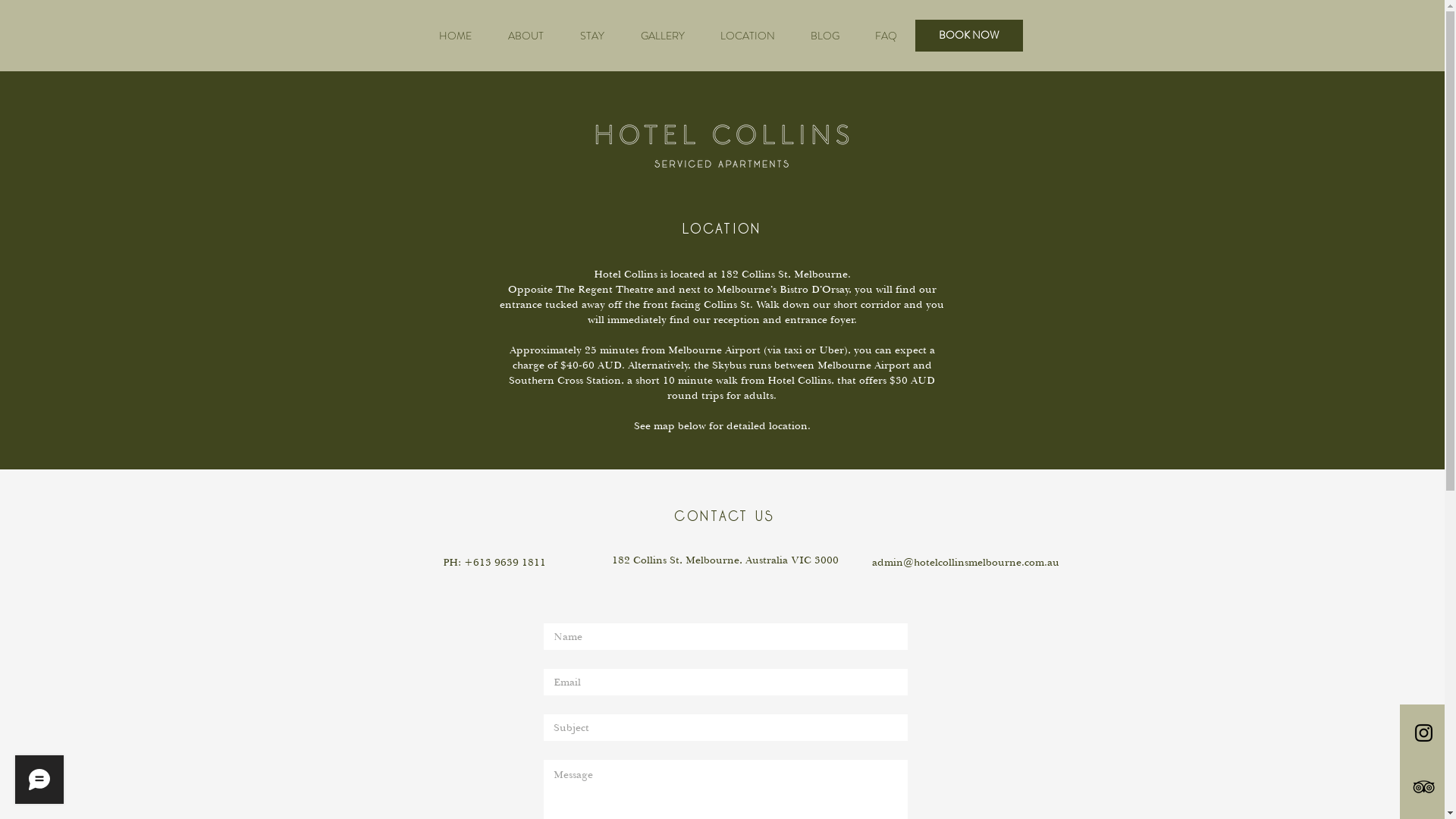 This screenshot has width=1456, height=819. Describe the element at coordinates (885, 34) in the screenshot. I see `'FAQ'` at that location.